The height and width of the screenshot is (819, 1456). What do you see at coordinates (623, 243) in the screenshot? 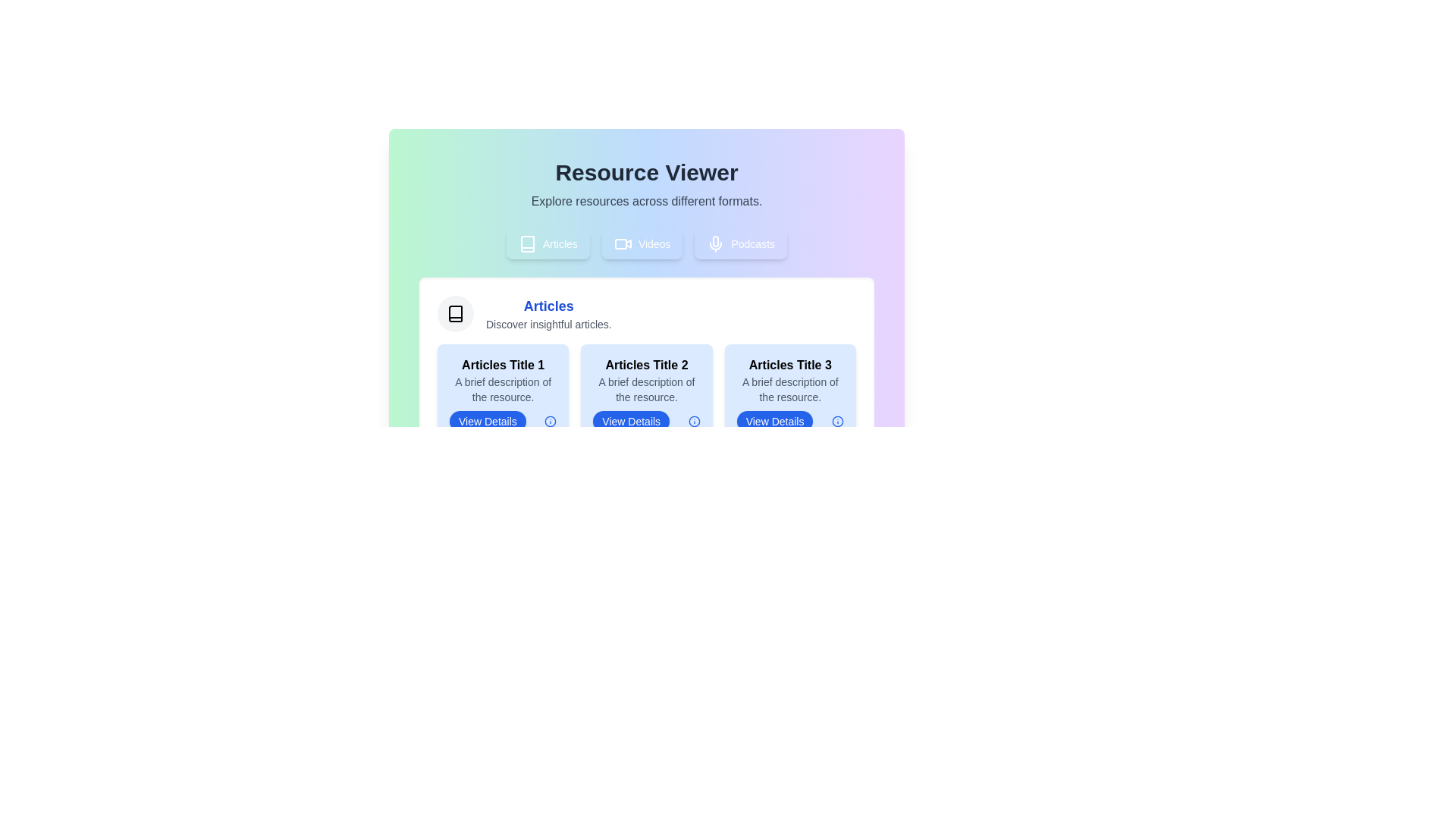
I see `the video icon located within the 'Videos' button in the navigation section` at bounding box center [623, 243].